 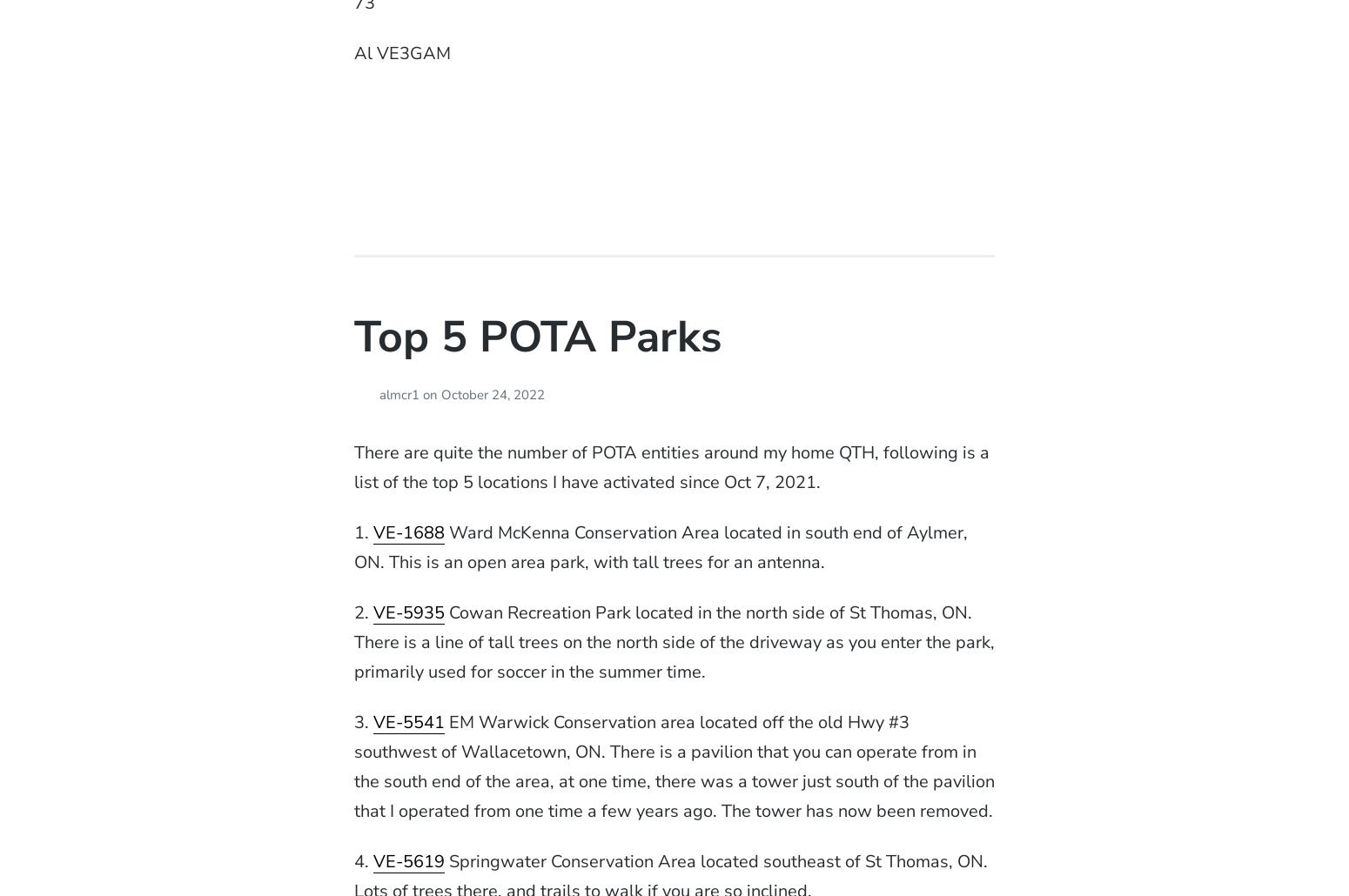 What do you see at coordinates (674, 766) in the screenshot?
I see `'EM Warwick Conservation area located off the old Hwy #3 southwest of Wallacetown, ON. There is a pavilion that you can operate from in the south end of the area, at one time, there was a tower just south of the pavilion that I operated from one time a few years ago. The tower has now been removed.'` at bounding box center [674, 766].